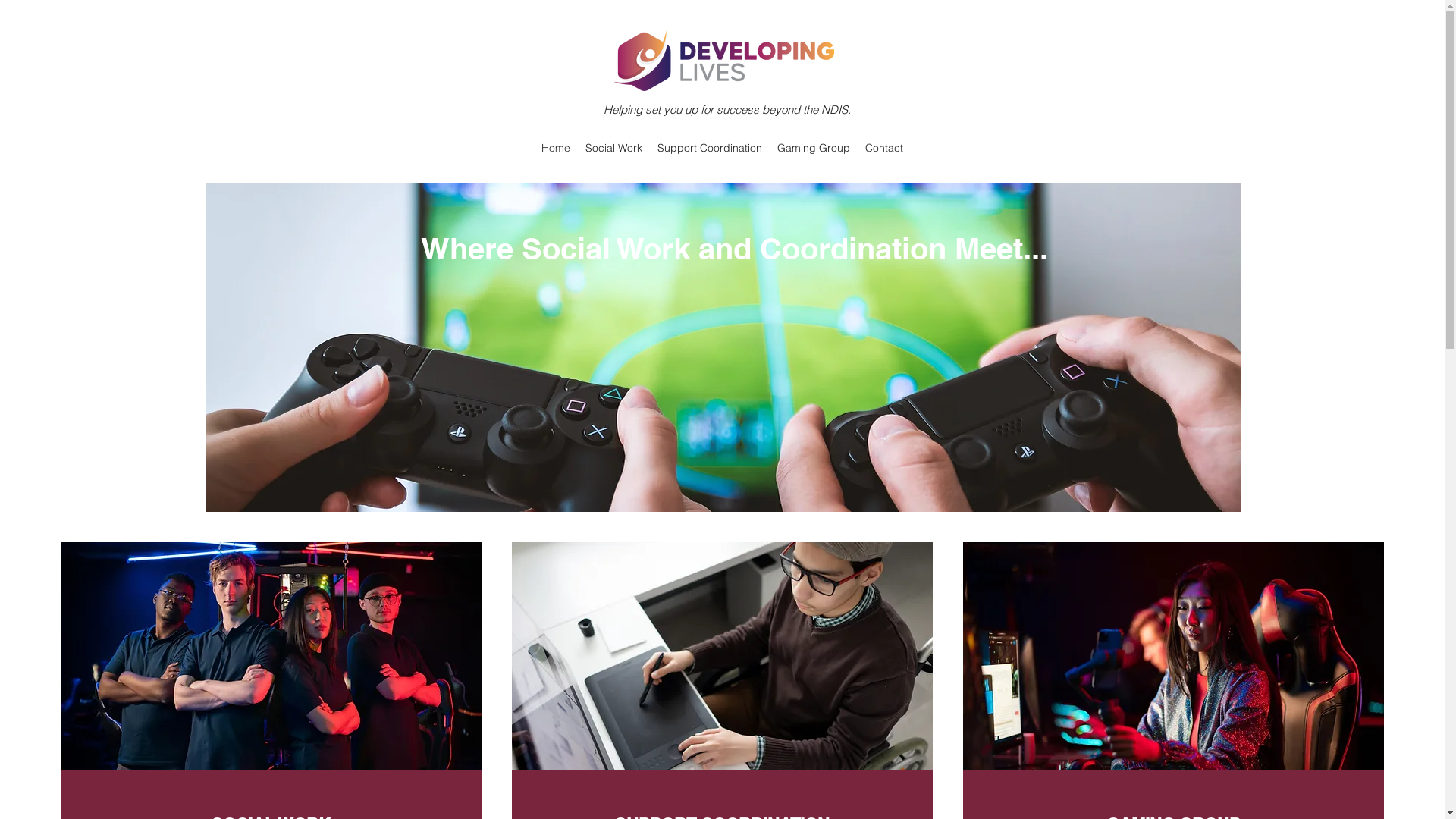 This screenshot has height=819, width=1456. I want to click on 'Gaming Group', so click(813, 148).